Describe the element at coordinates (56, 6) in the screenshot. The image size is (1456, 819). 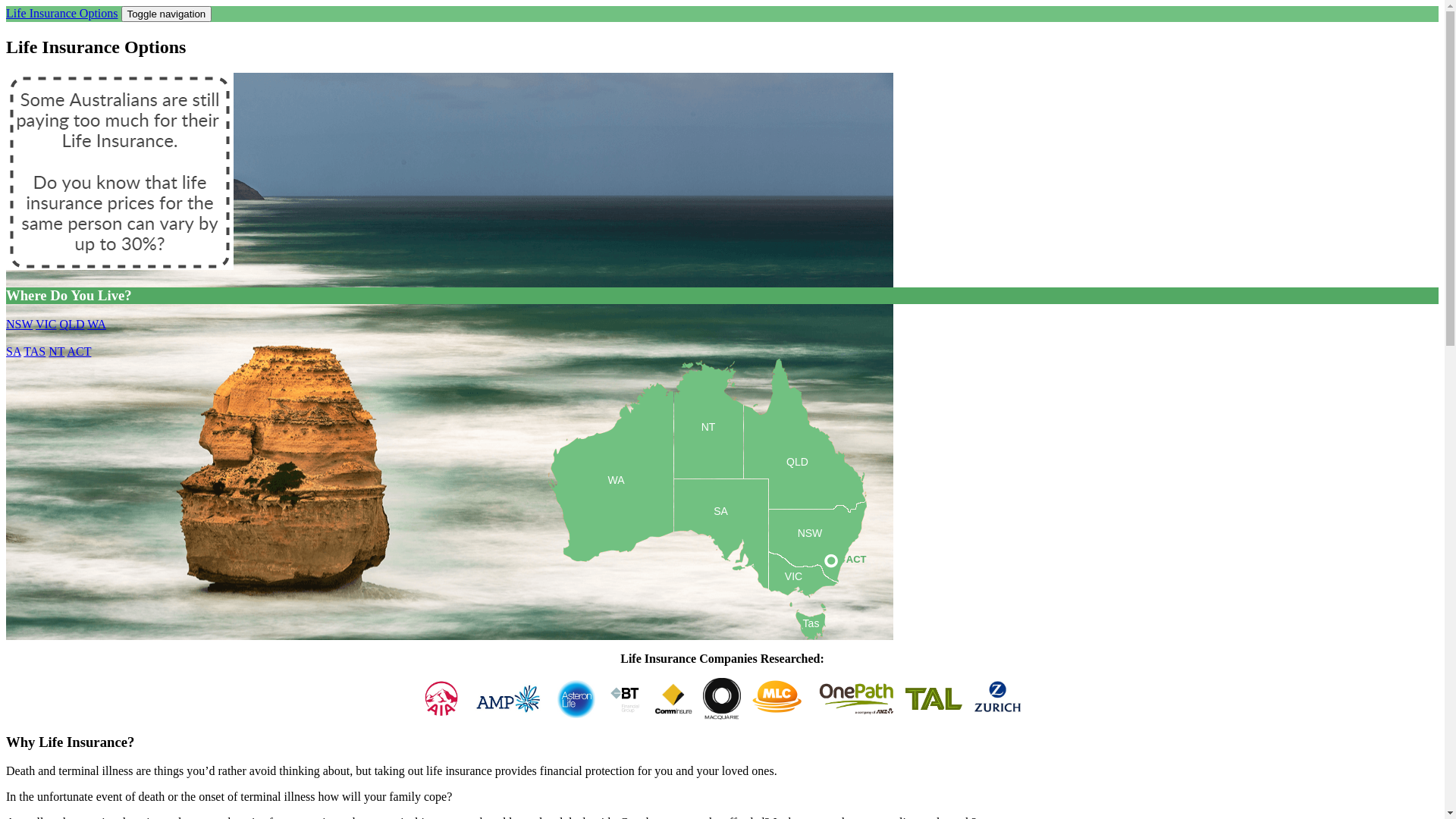
I see `'Skip to main content'` at that location.